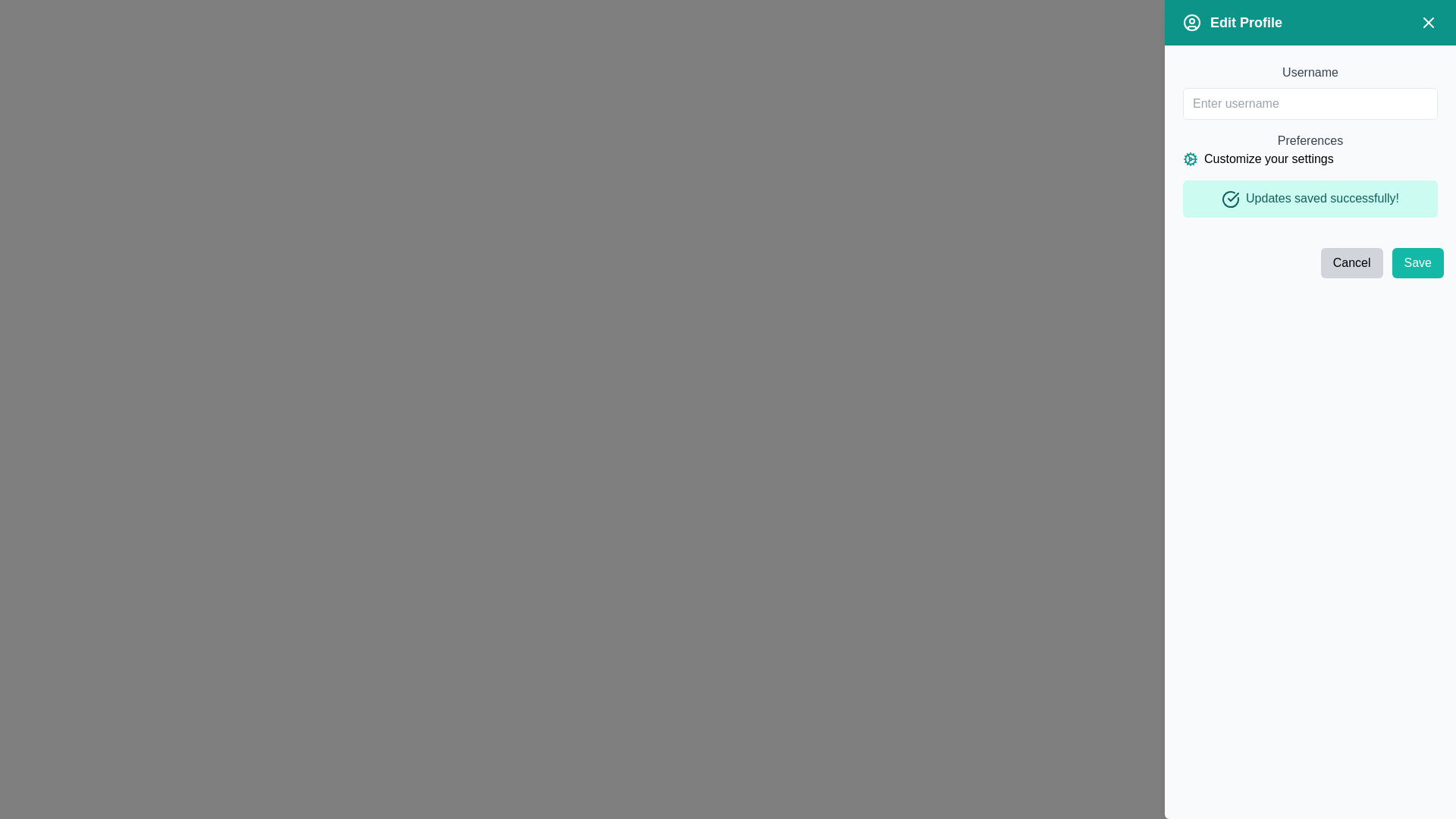 Image resolution: width=1456 pixels, height=819 pixels. What do you see at coordinates (1230, 198) in the screenshot?
I see `the circular check icon located within the green notification bar labeled 'Updates saved successfully!' in the right panel of the interface` at bounding box center [1230, 198].